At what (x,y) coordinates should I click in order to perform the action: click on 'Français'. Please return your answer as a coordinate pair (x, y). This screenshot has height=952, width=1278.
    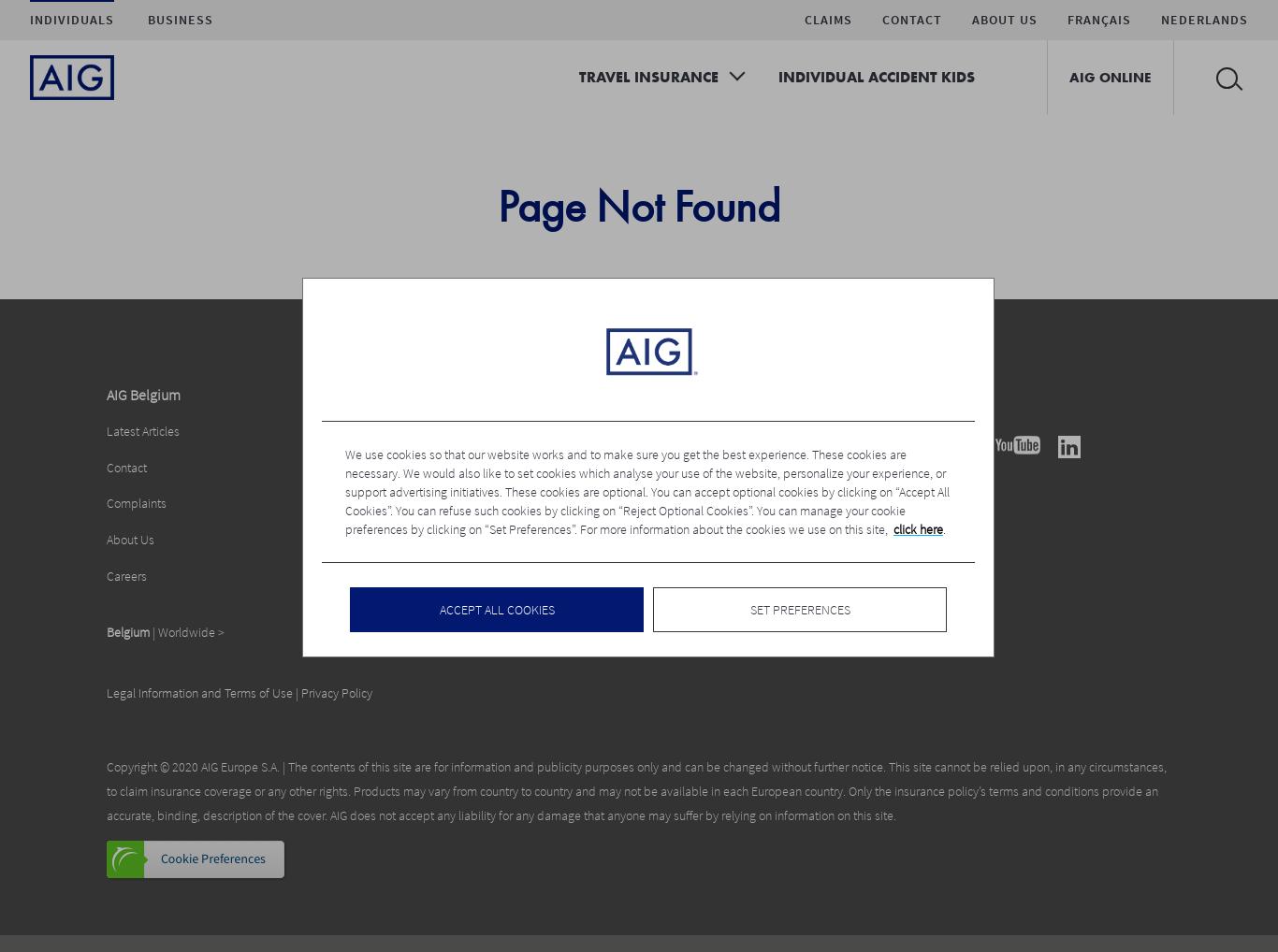
    Looking at the image, I should click on (1099, 18).